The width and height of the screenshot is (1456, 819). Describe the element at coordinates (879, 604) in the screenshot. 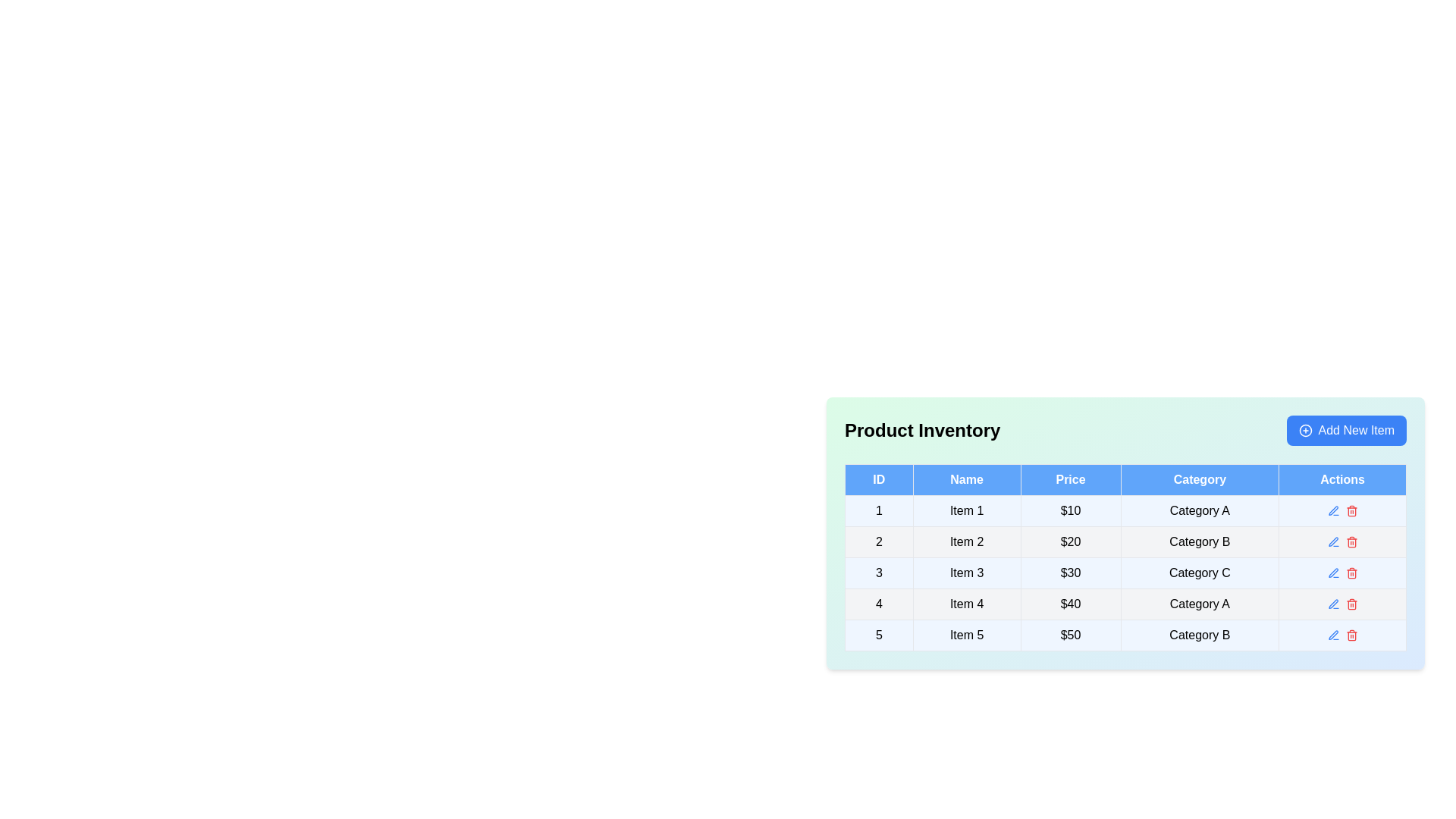

I see `text displayed in the Text cell for 'Item 4' located in the first column of the fourth row of the 'Product Inventory' table` at that location.